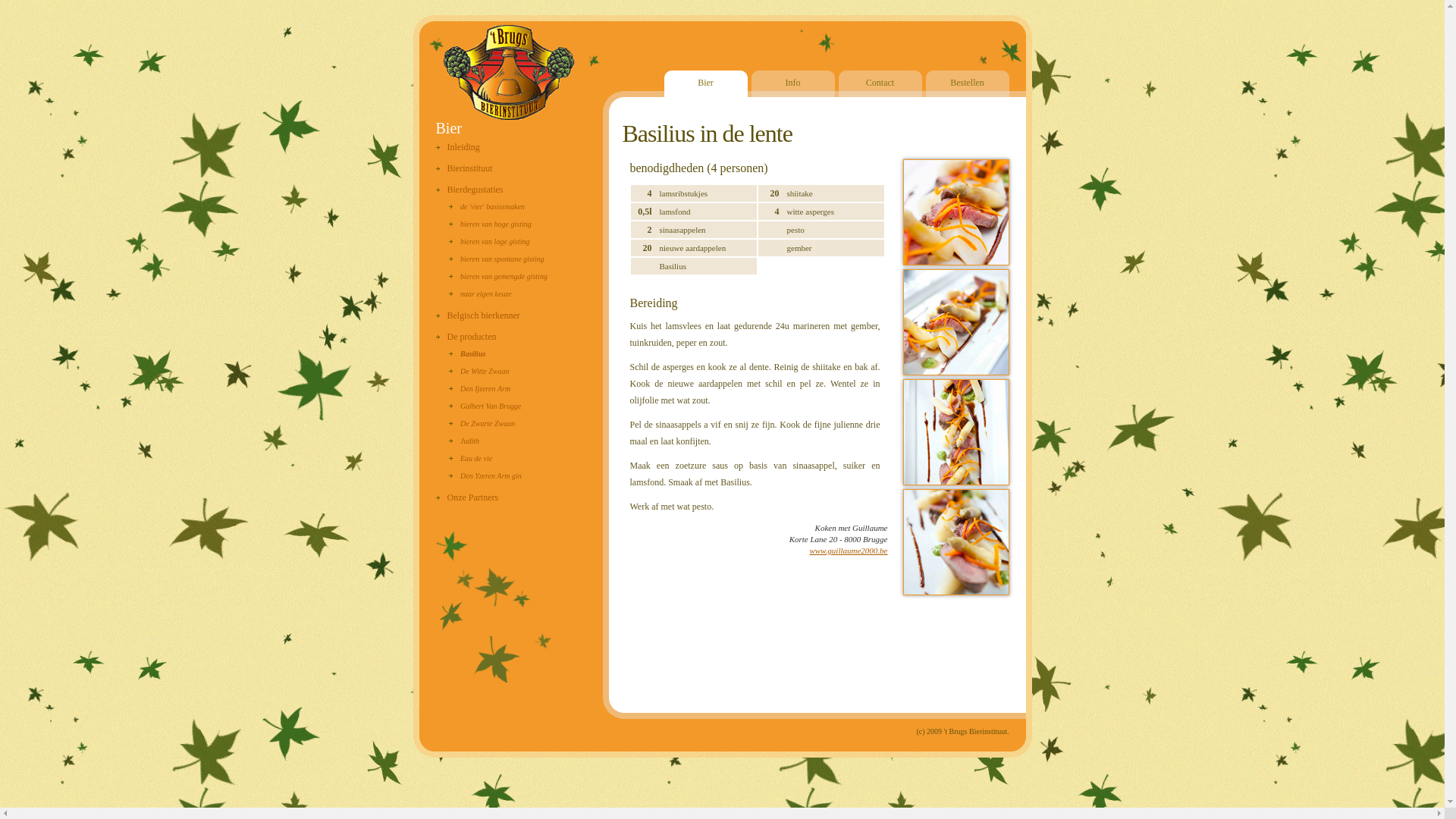  Describe the element at coordinates (447, 475) in the screenshot. I see `'Den Yzeren Arm gin'` at that location.